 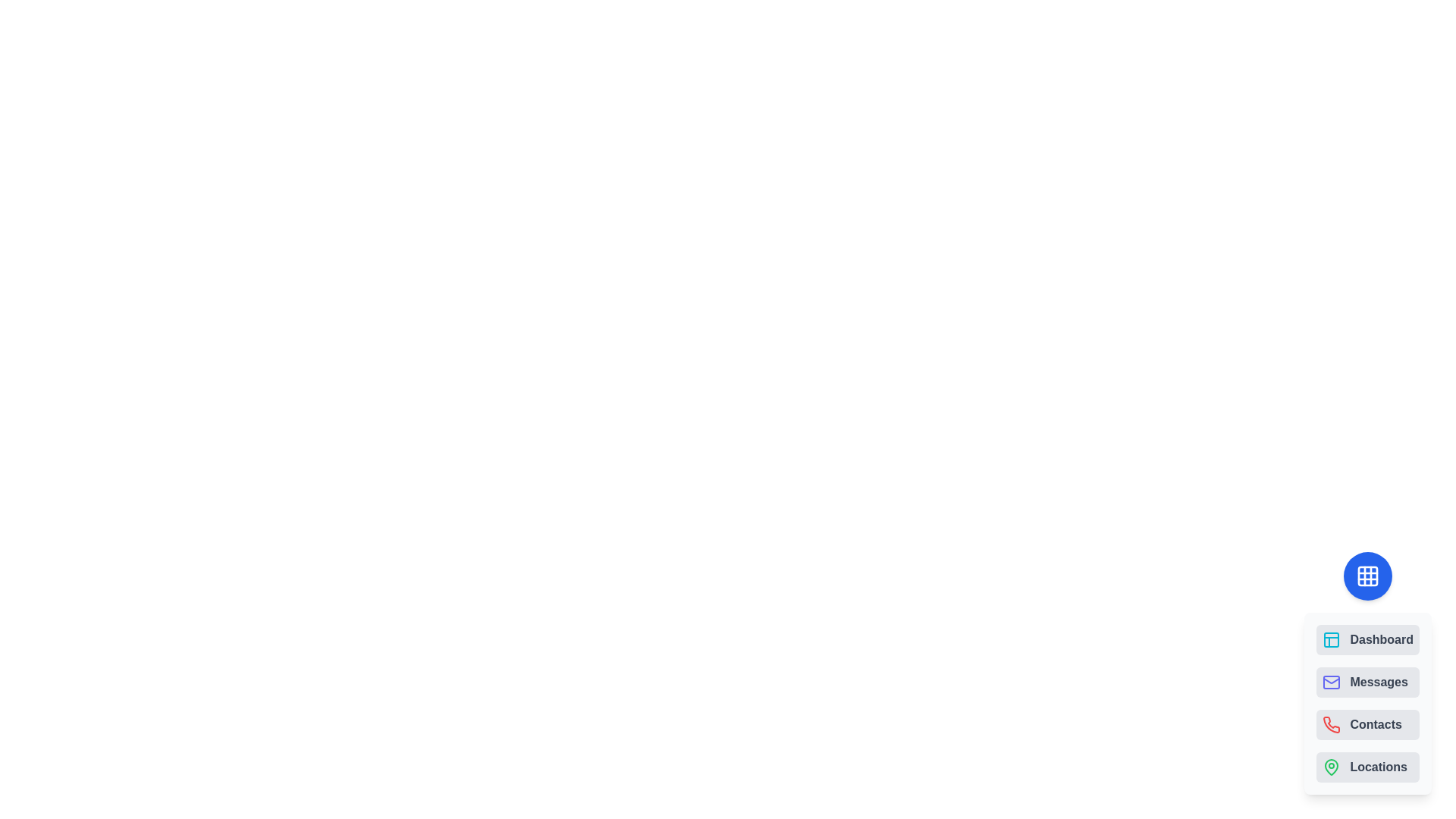 What do you see at coordinates (1368, 681) in the screenshot?
I see `the button labeled Messages to observe visual feedback` at bounding box center [1368, 681].